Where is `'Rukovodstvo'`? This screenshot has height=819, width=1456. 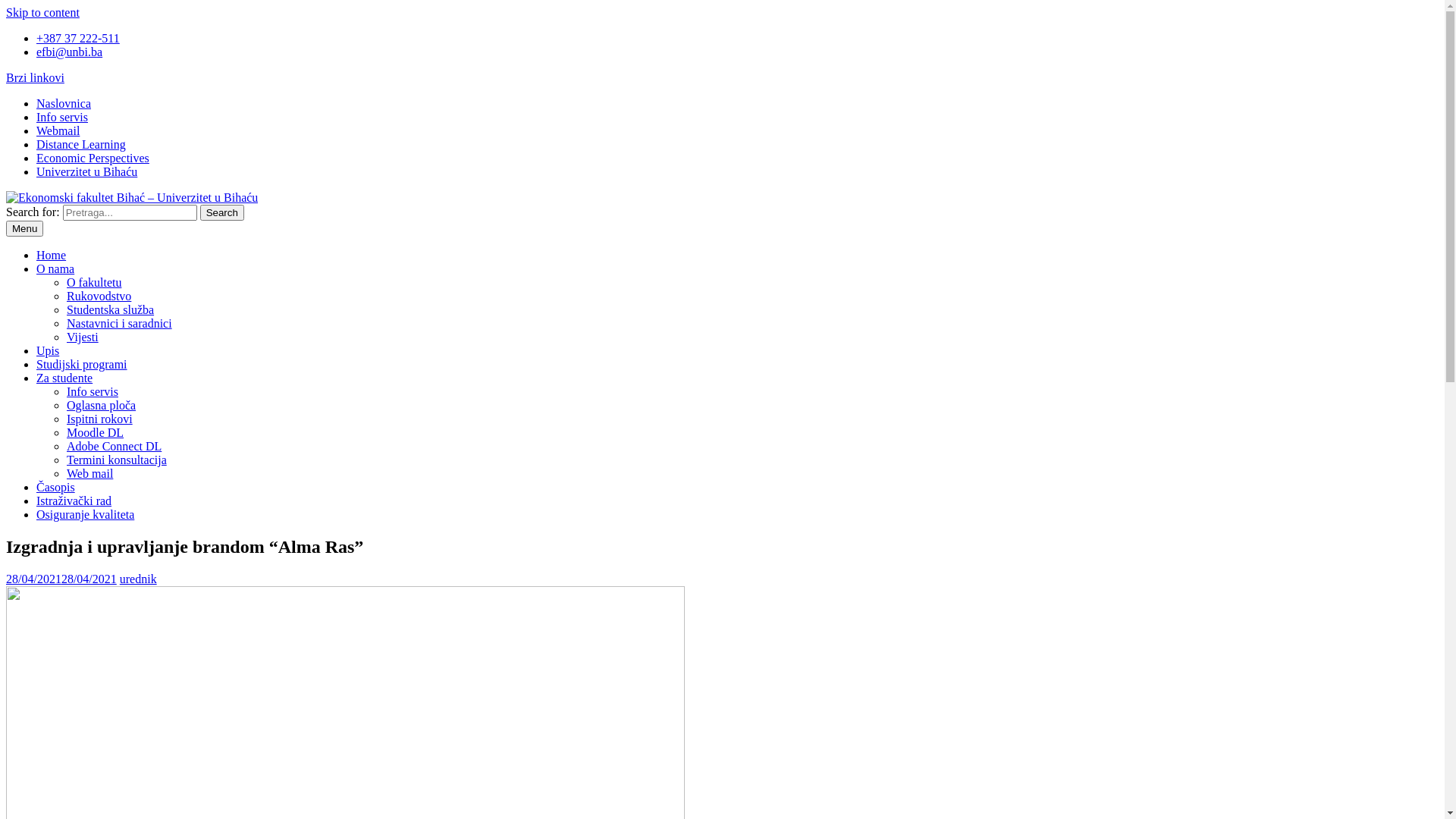
'Rukovodstvo' is located at coordinates (98, 296).